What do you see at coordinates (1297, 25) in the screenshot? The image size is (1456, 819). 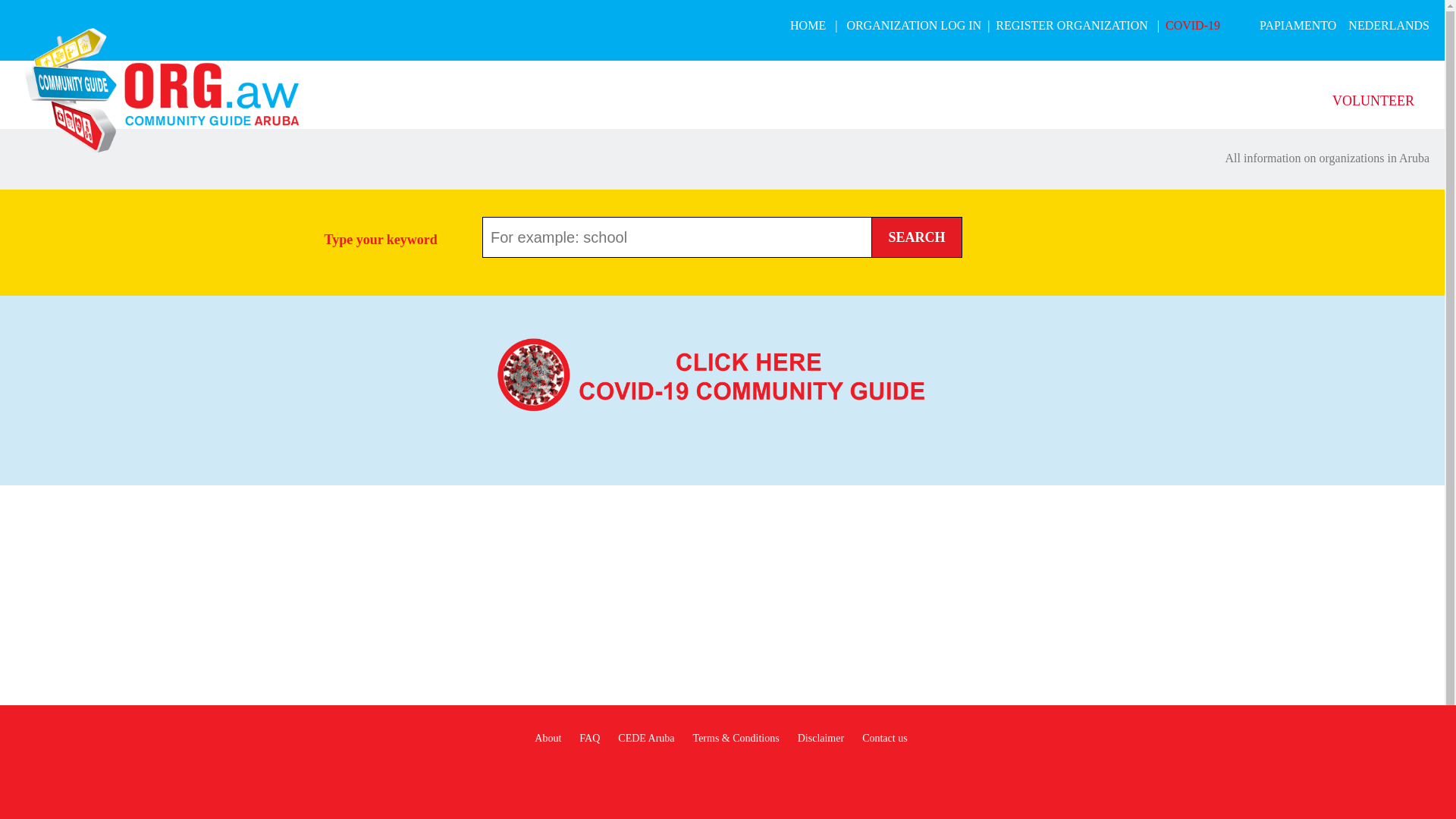 I see `'PAPIAMENTO'` at bounding box center [1297, 25].